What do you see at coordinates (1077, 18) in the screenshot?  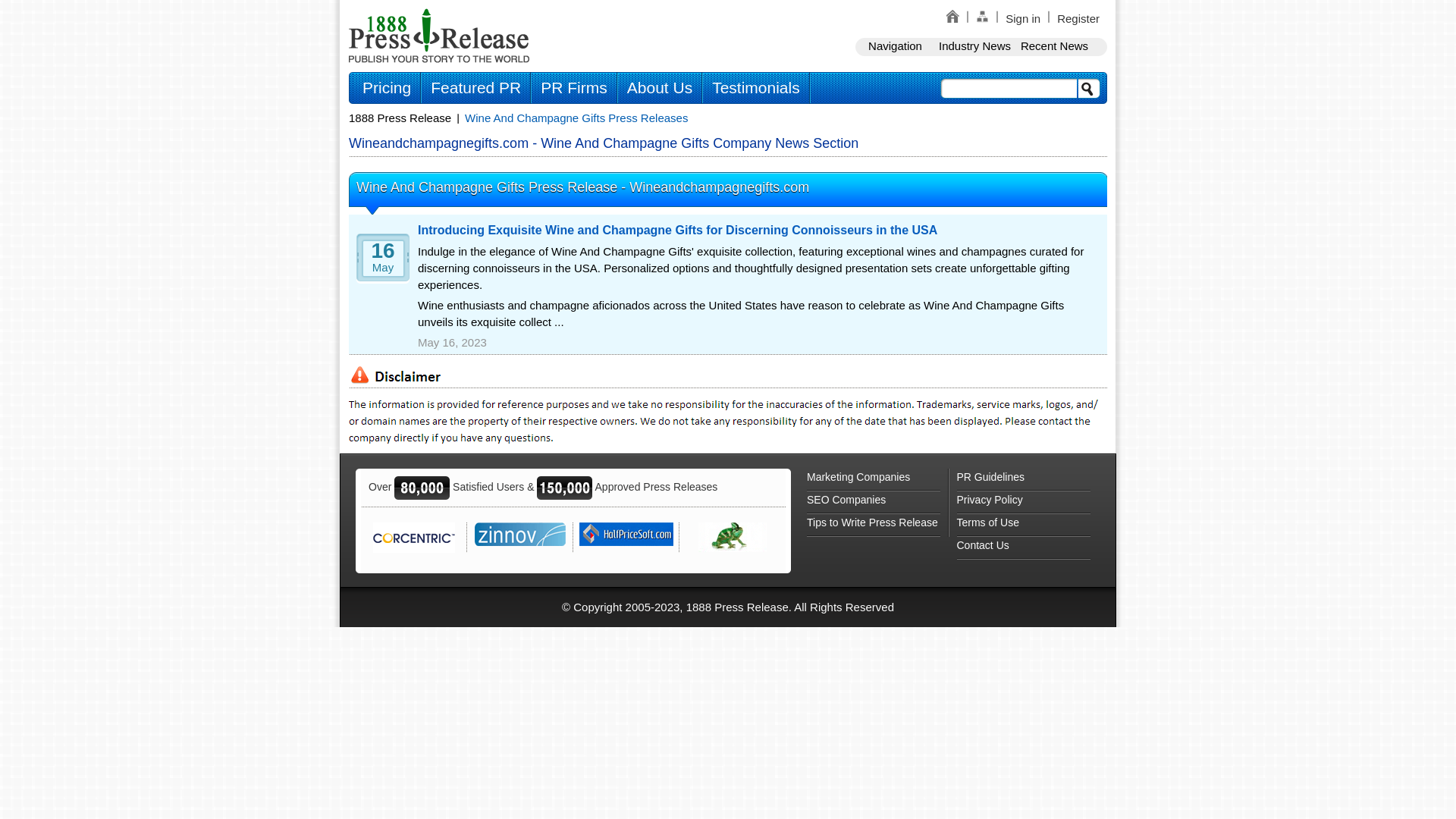 I see `'Register'` at bounding box center [1077, 18].